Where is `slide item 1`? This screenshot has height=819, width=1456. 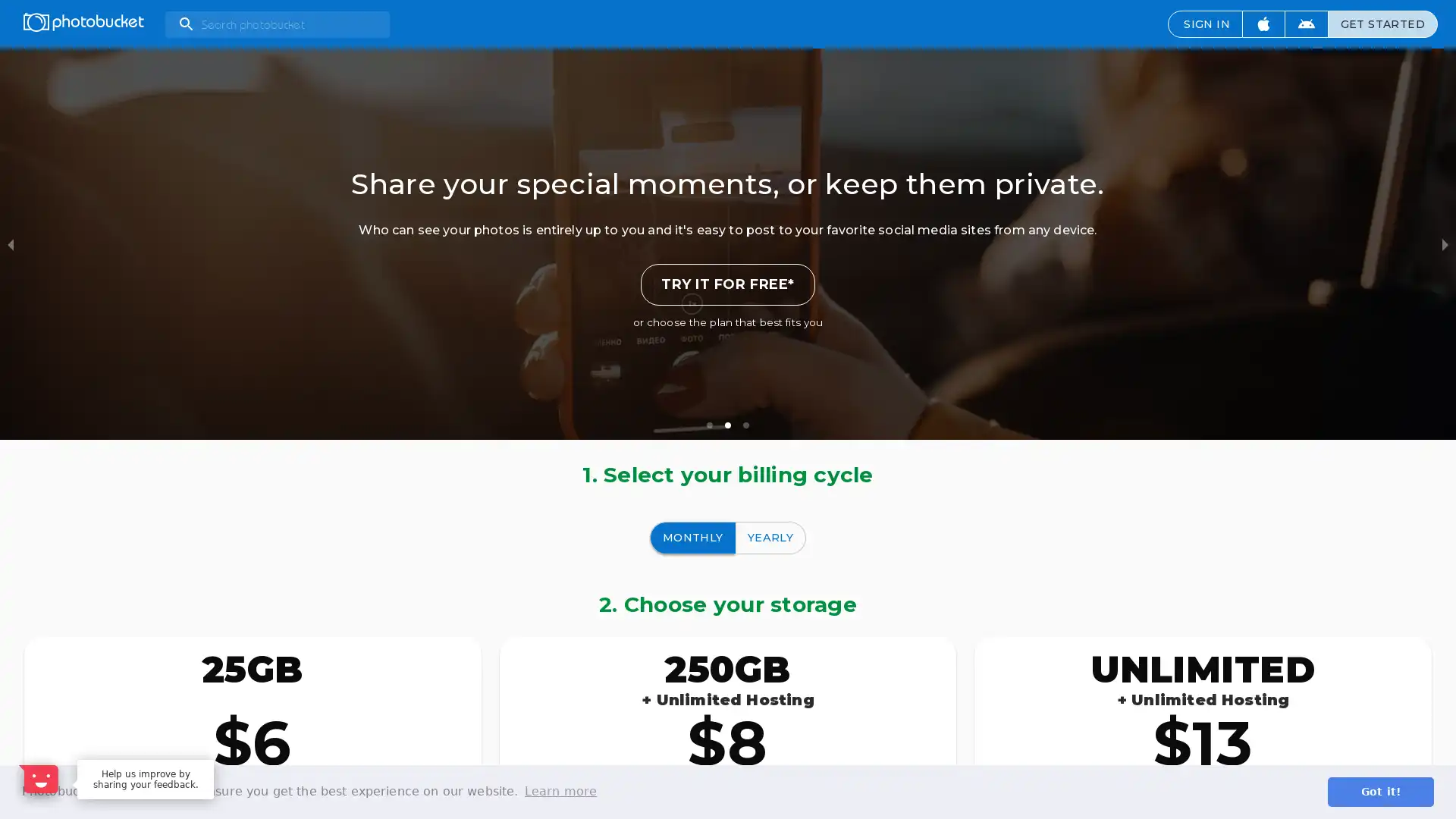
slide item 1 is located at coordinates (709, 424).